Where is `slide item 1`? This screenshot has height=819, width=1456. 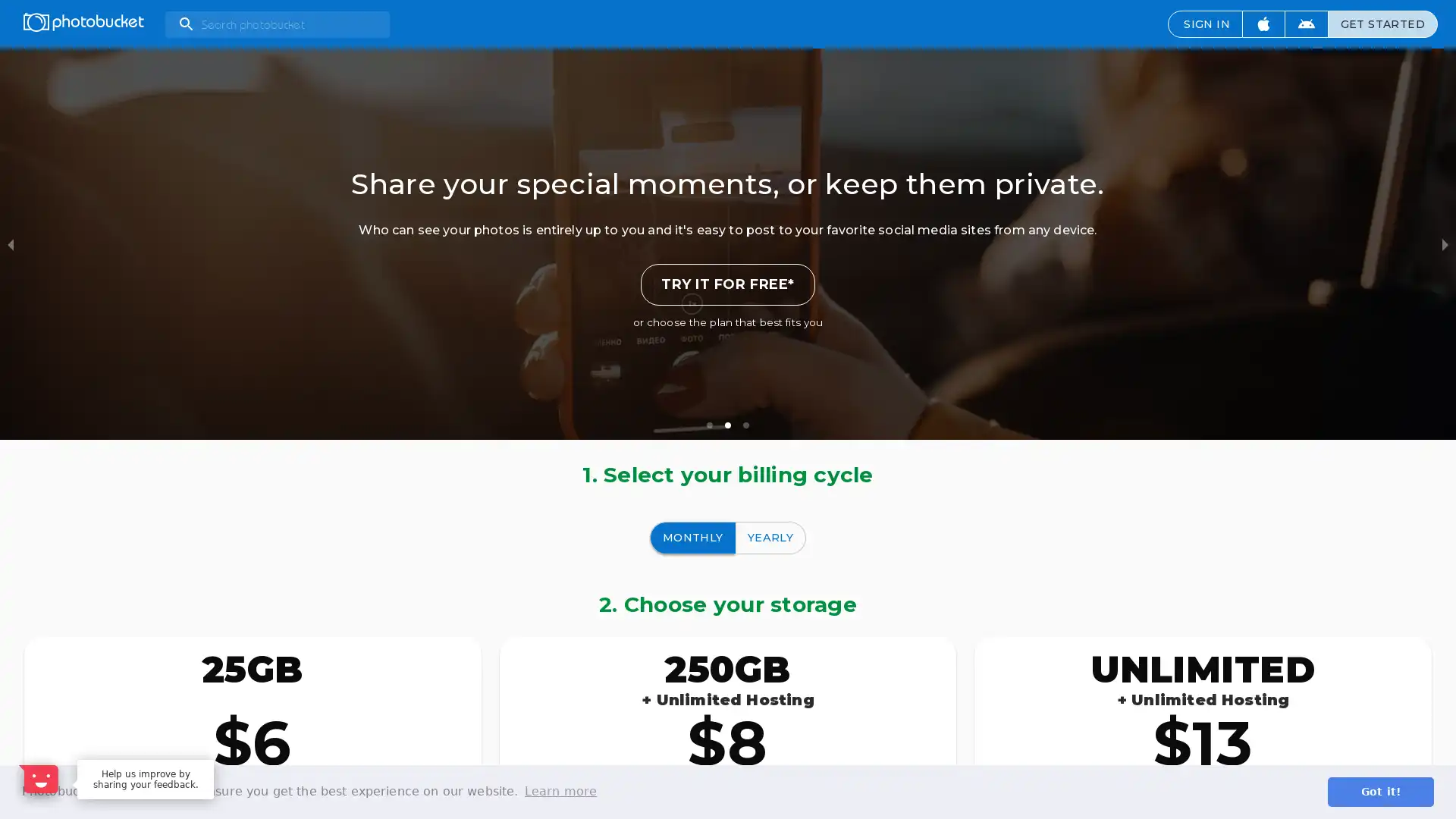
slide item 1 is located at coordinates (709, 424).